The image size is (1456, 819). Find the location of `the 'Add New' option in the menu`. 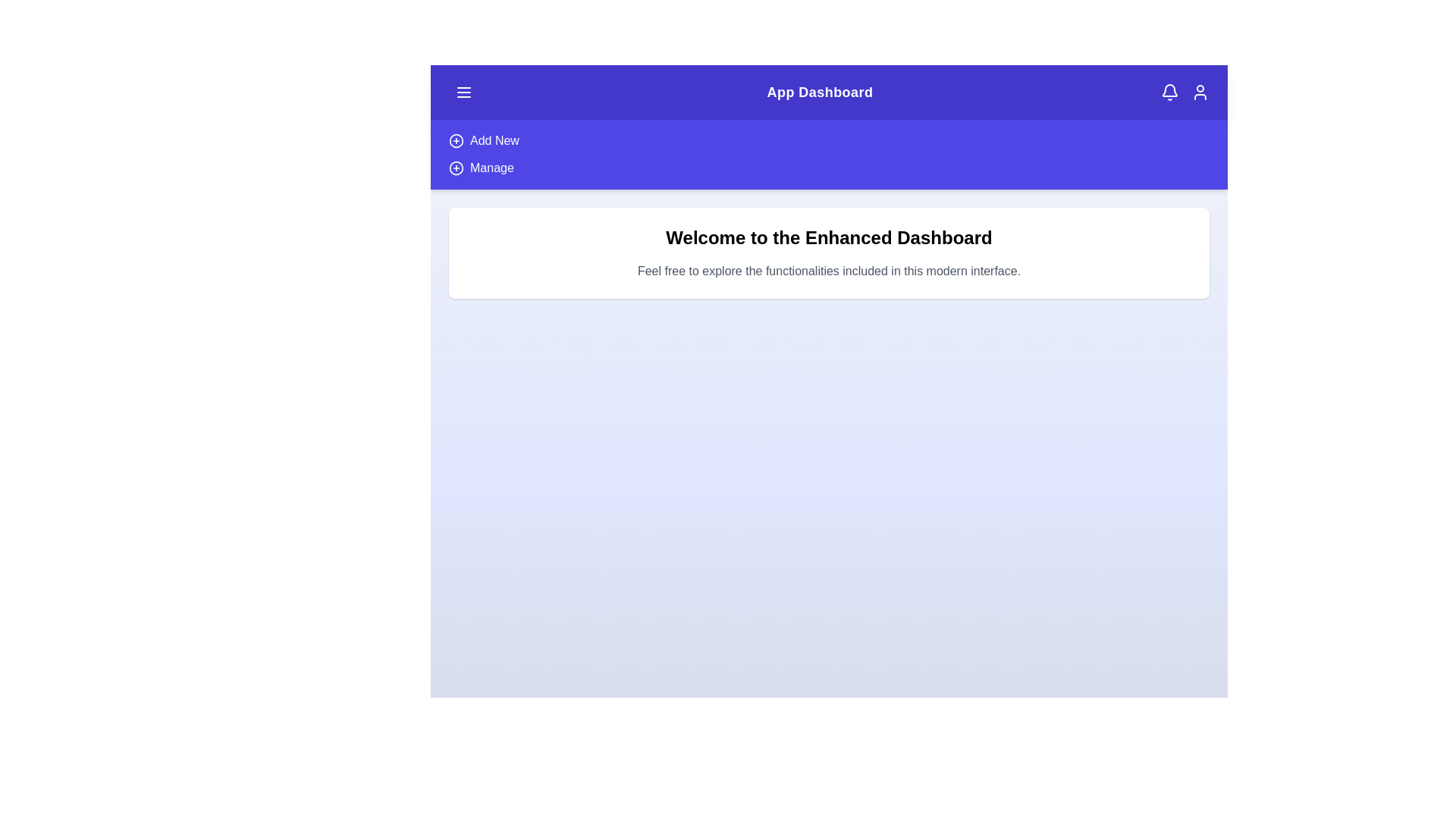

the 'Add New' option in the menu is located at coordinates (455, 140).